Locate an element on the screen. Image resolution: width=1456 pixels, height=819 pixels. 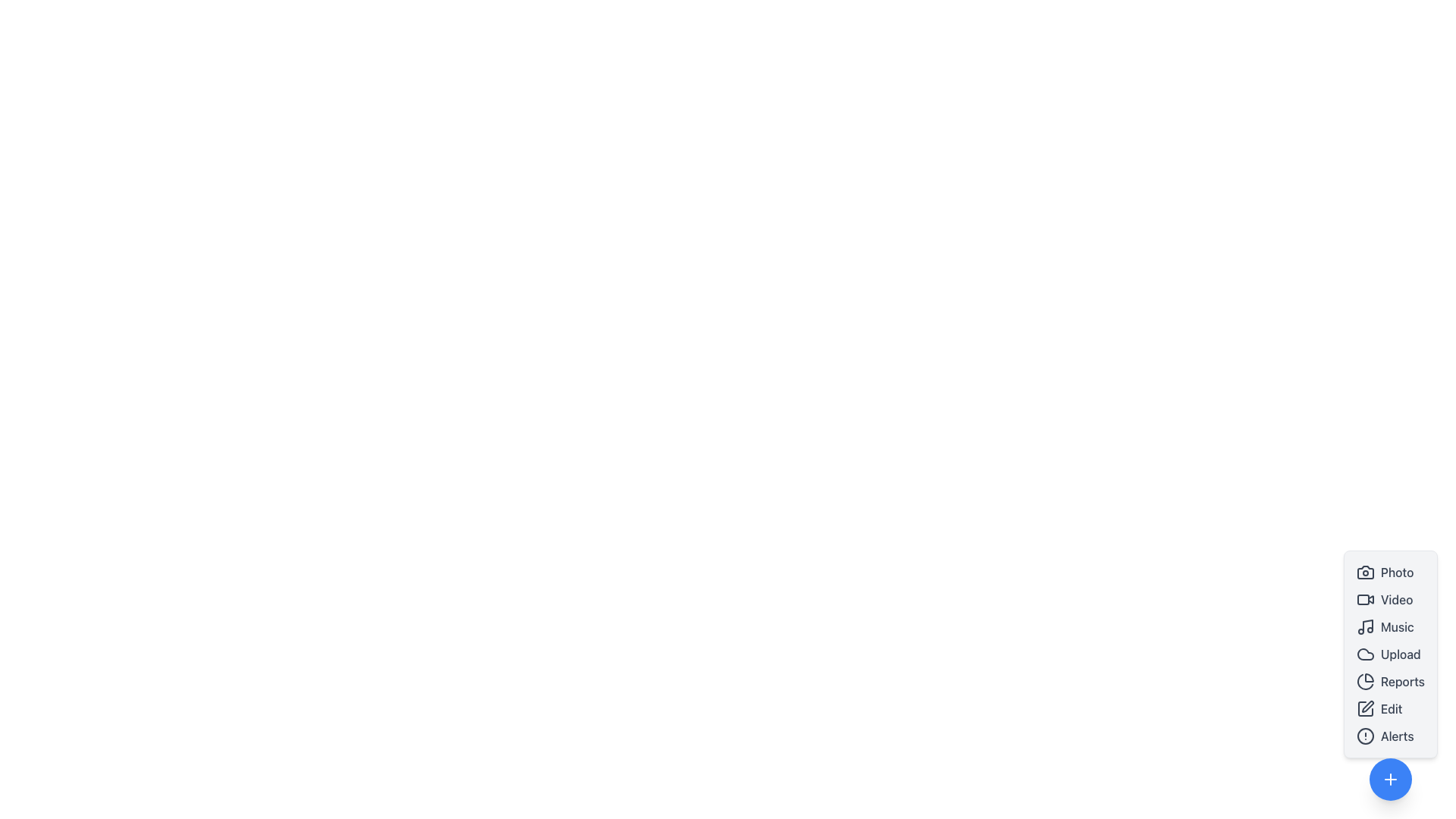
the Interactive List Item that consists of a pie chart icon followed by the text 'Reports' to trigger a visual effect is located at coordinates (1390, 680).